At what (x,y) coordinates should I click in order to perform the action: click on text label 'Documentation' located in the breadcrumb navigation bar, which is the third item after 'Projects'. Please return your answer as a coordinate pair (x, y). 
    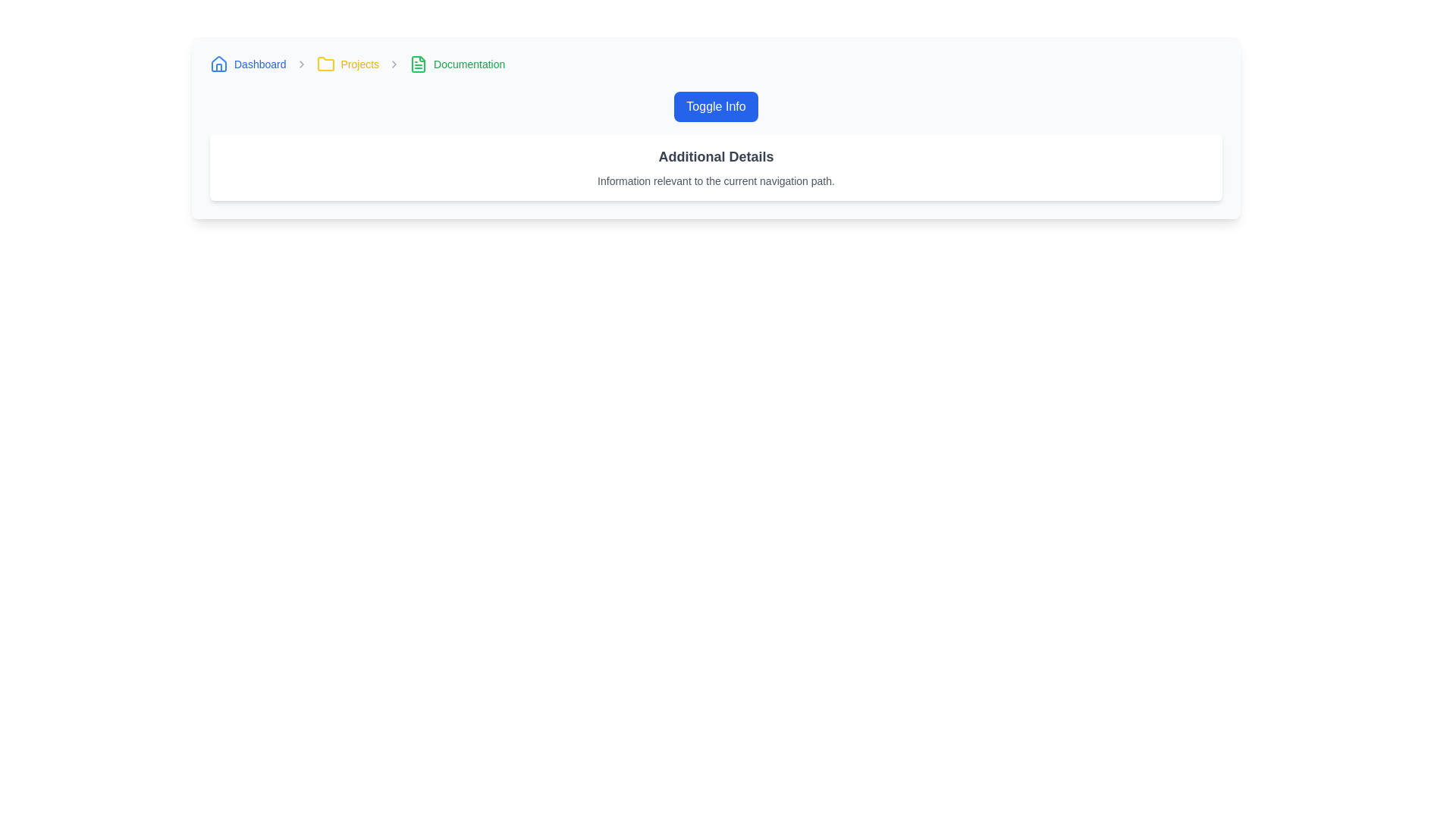
    Looking at the image, I should click on (469, 63).